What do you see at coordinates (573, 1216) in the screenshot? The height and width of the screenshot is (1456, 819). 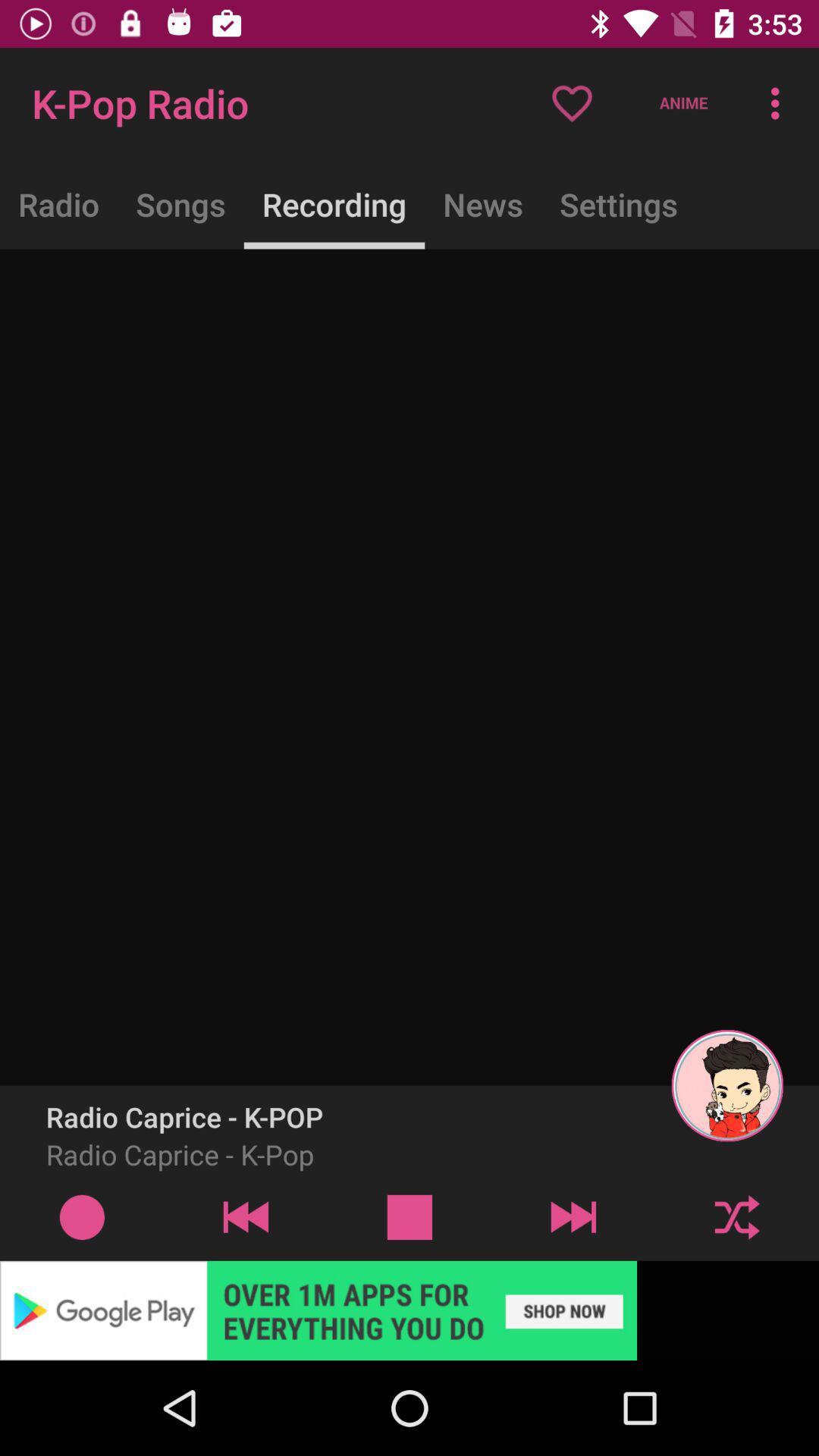 I see `the skip_next icon` at bounding box center [573, 1216].